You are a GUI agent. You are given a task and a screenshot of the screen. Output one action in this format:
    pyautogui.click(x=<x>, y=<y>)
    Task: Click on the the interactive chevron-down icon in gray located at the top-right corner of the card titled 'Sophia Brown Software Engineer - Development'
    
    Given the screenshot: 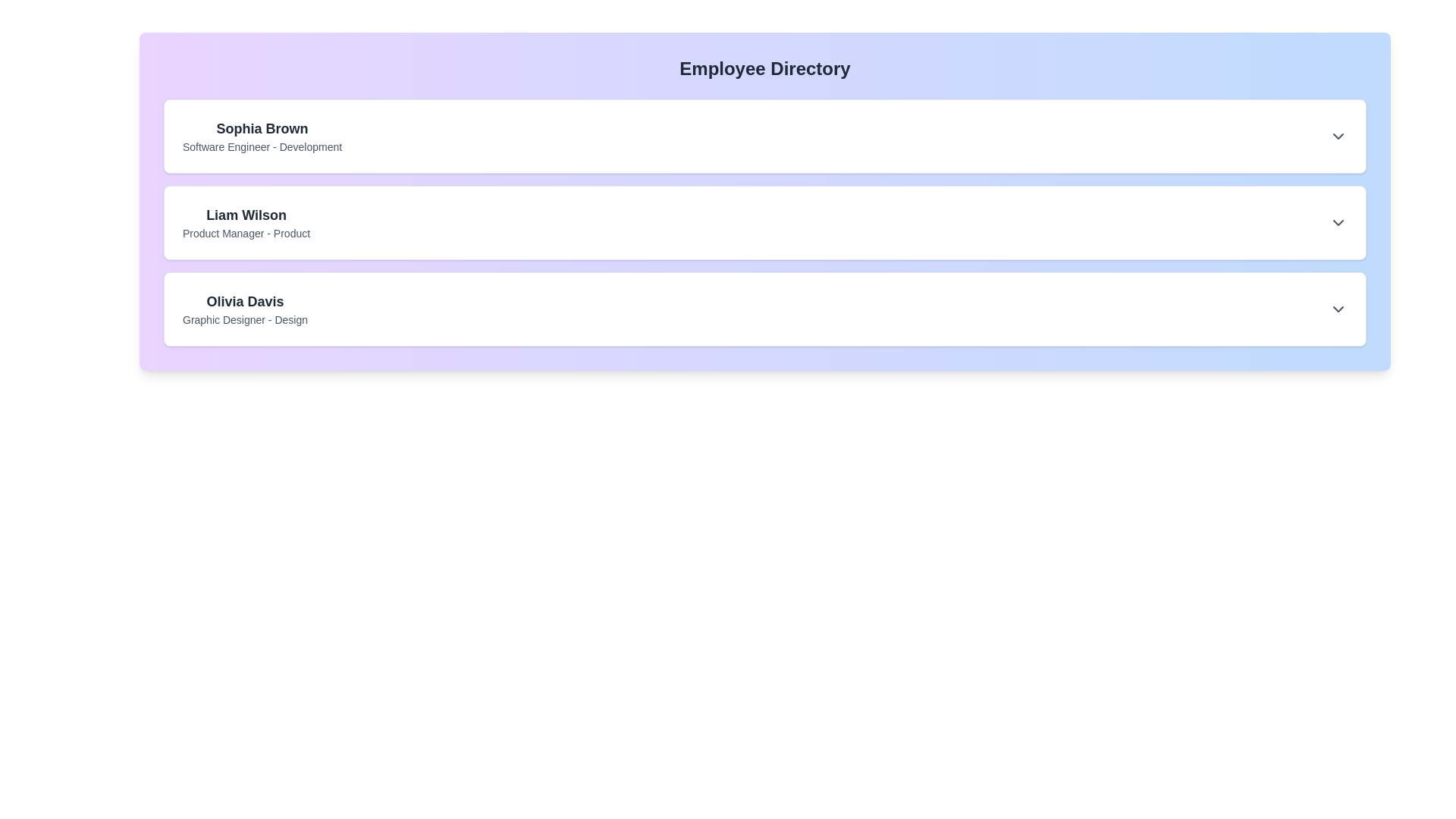 What is the action you would take?
    pyautogui.click(x=1338, y=136)
    